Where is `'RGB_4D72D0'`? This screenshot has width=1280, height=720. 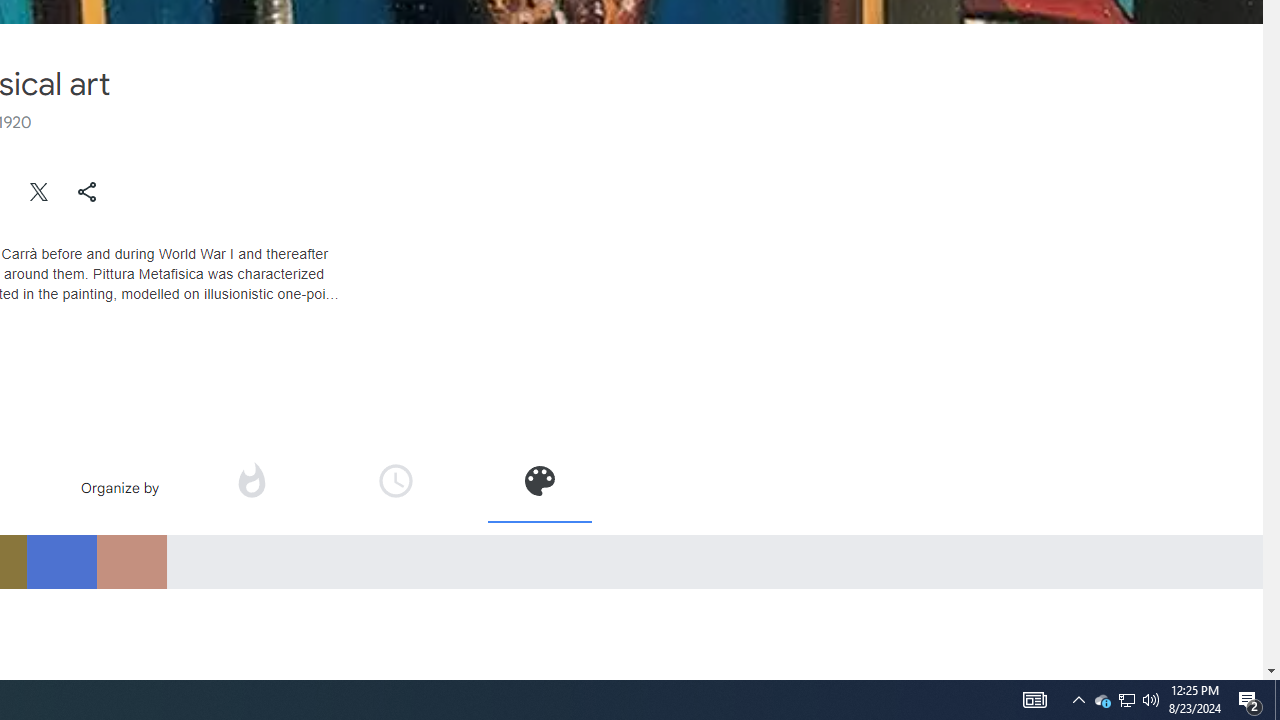 'RGB_4D72D0' is located at coordinates (61, 561).